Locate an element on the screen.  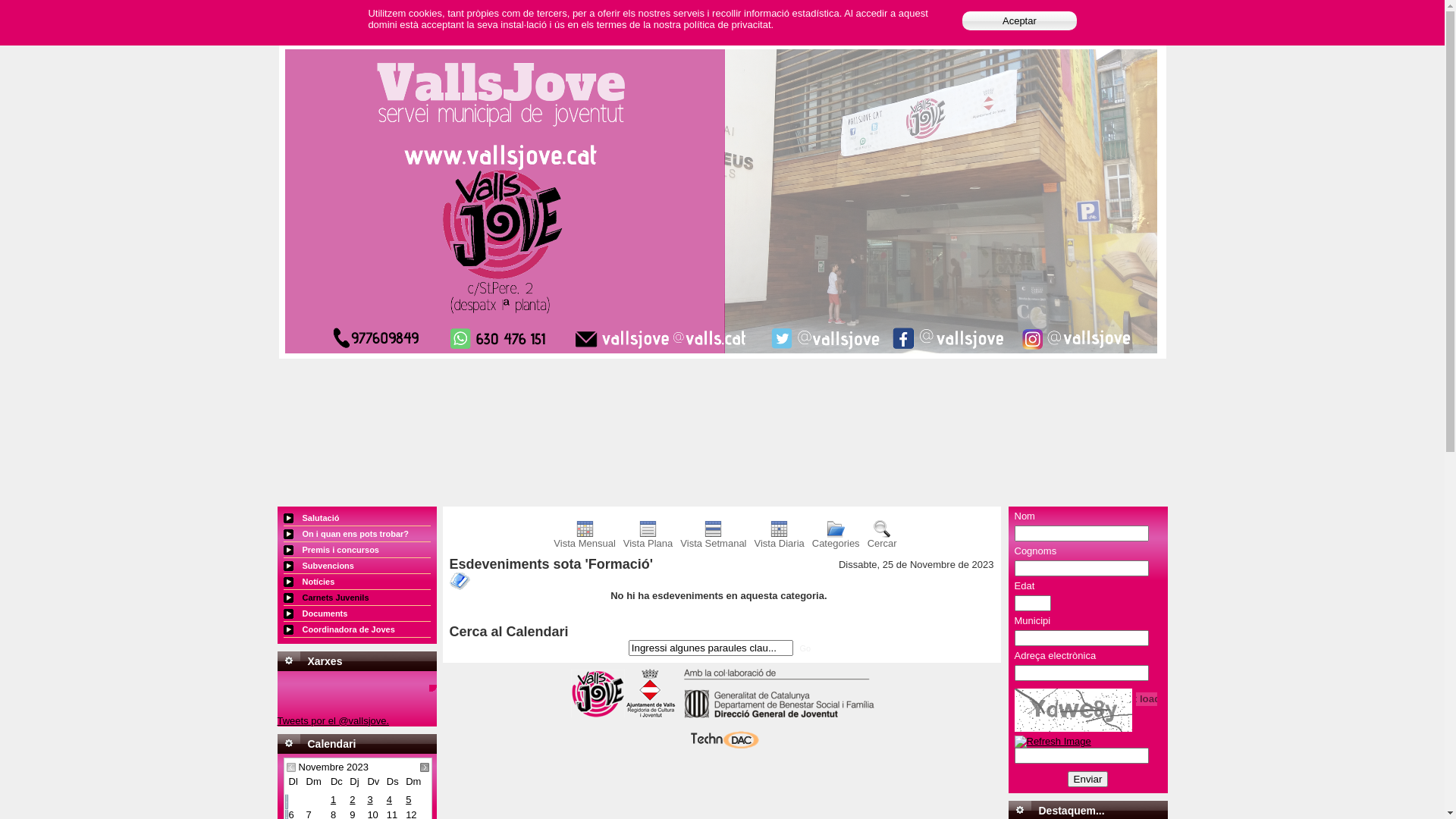
'1' is located at coordinates (330, 799).